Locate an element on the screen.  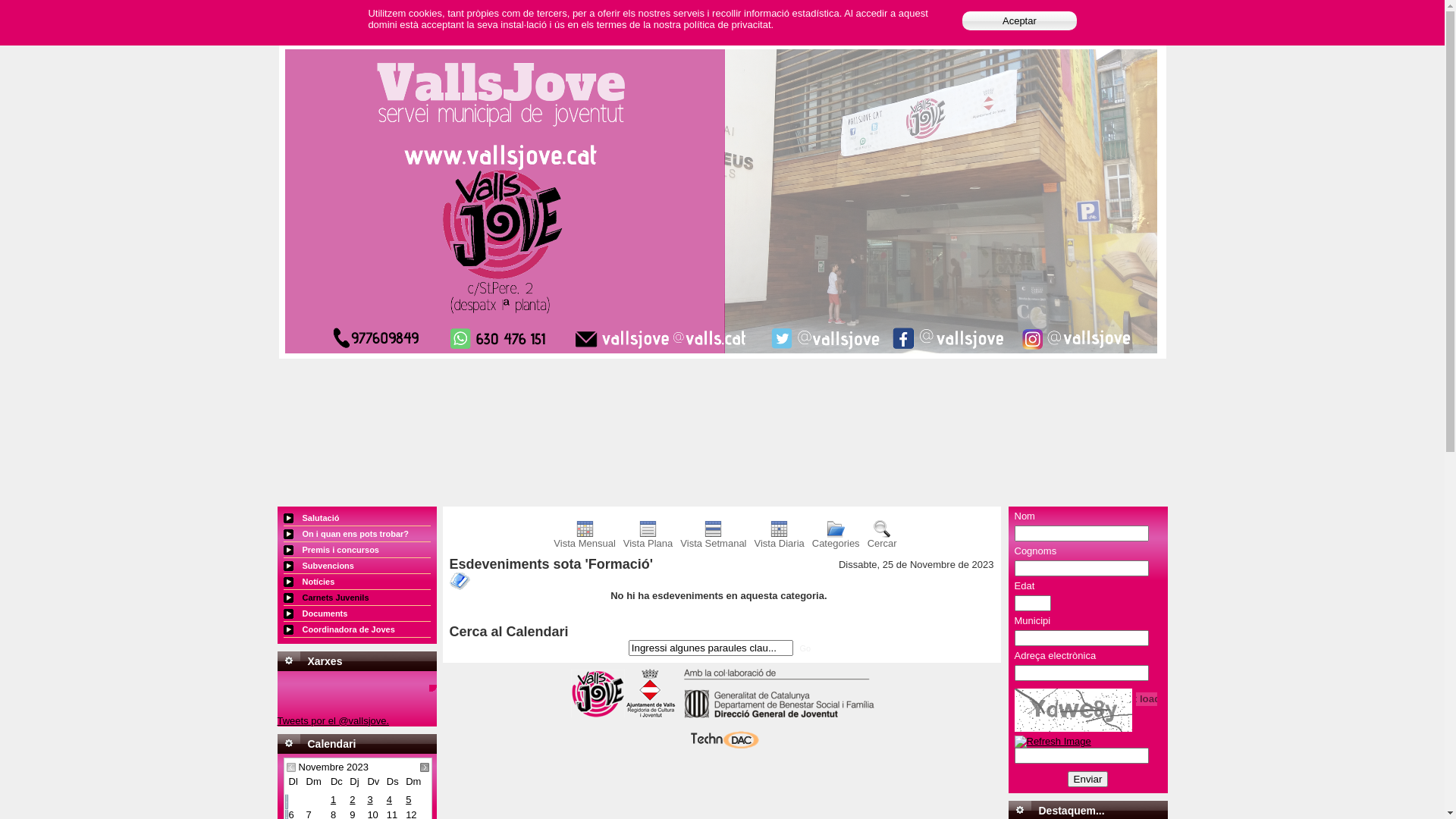
'1' is located at coordinates (330, 799).